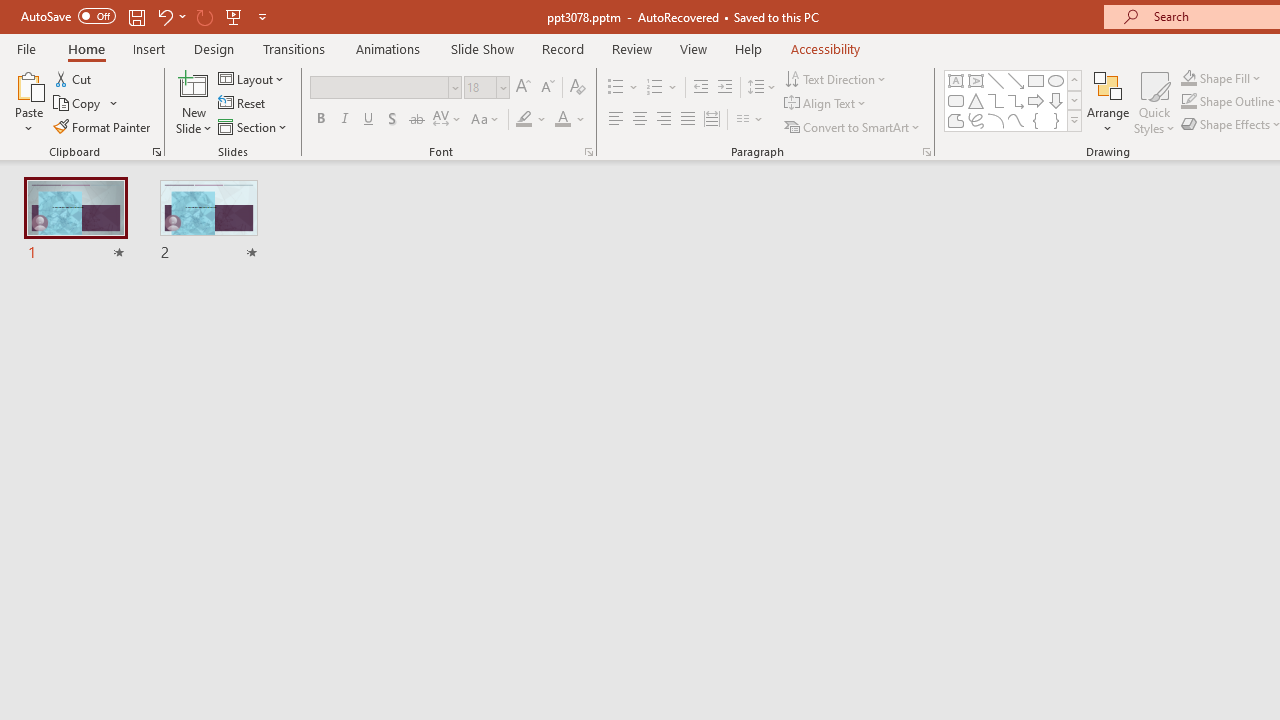  I want to click on 'Font Size', so click(480, 86).